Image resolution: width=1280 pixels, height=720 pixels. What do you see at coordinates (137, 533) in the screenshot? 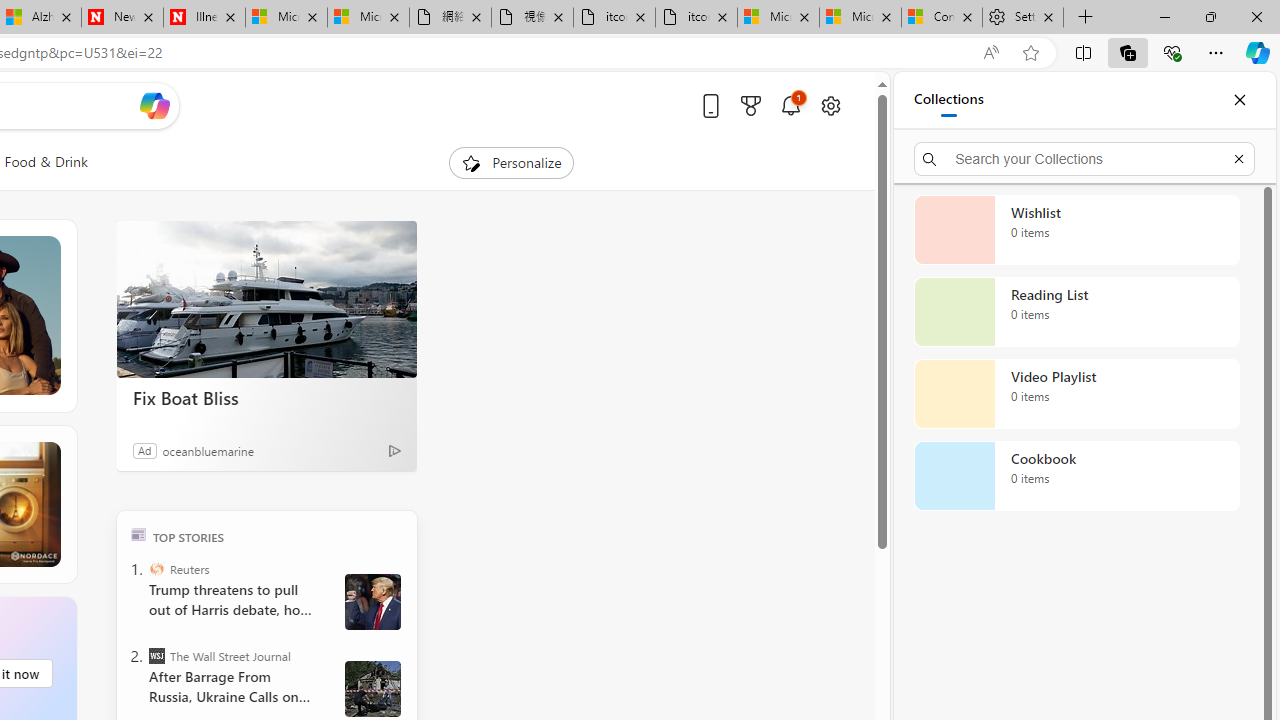
I see `'TOP'` at bounding box center [137, 533].